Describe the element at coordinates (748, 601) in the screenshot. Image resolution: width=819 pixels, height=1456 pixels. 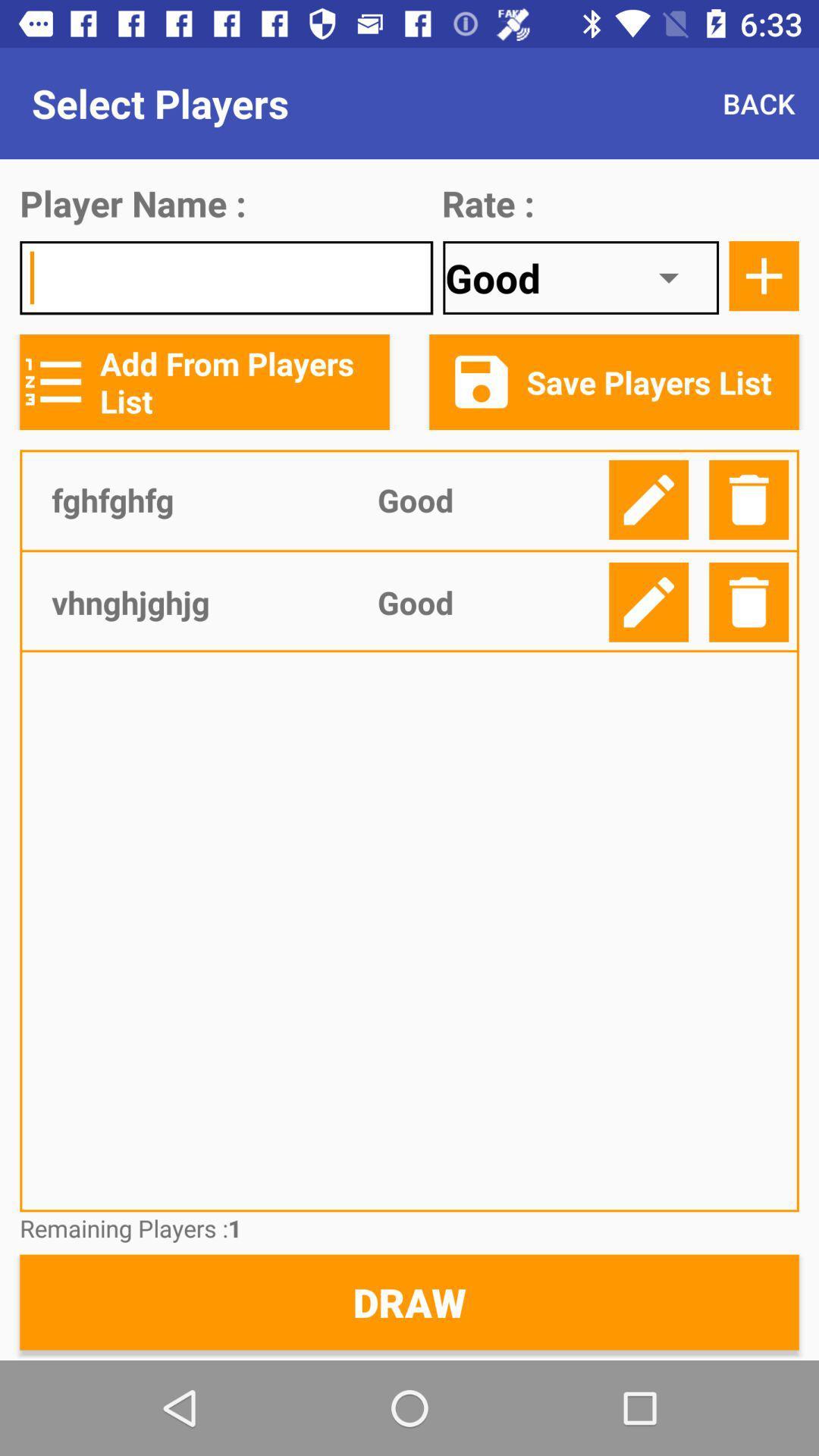
I see `delete` at that location.